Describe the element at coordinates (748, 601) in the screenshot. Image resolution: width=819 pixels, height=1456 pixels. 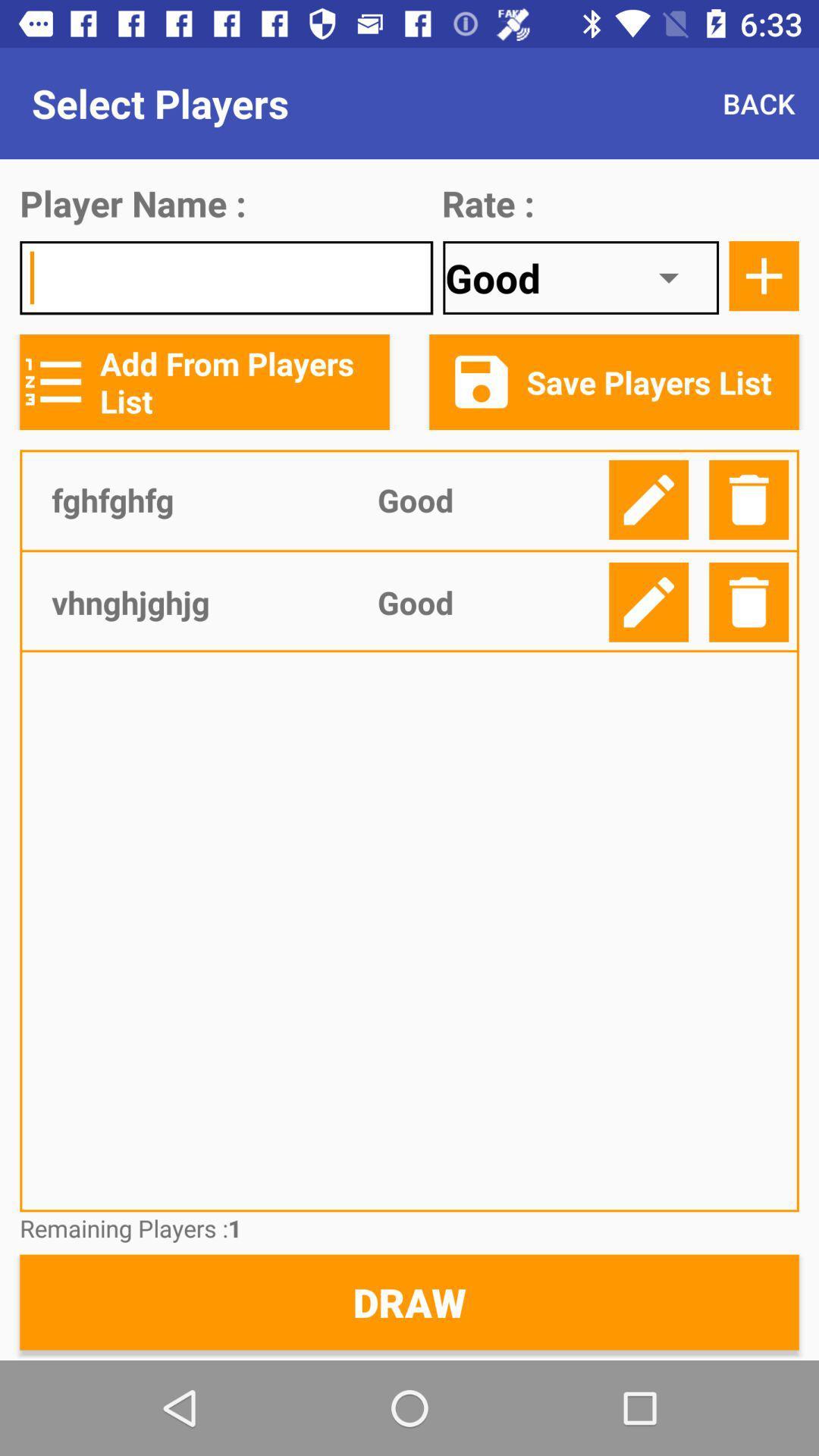
I see `delete` at that location.